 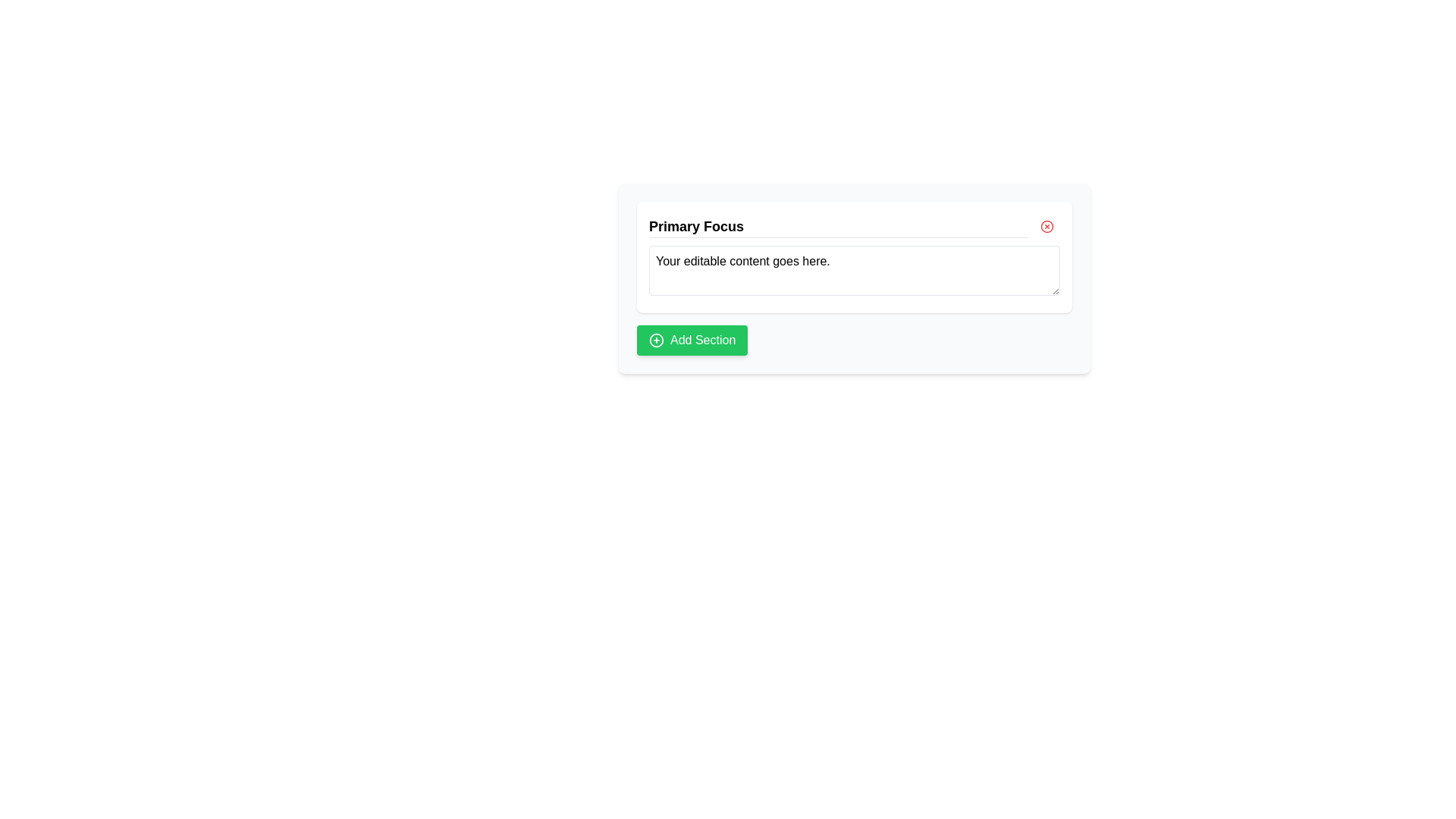 I want to click on the circular icon with a plus sign inside it, which is located within the 'Add Section' button, to the left of the text inside the button, so click(x=656, y=339).